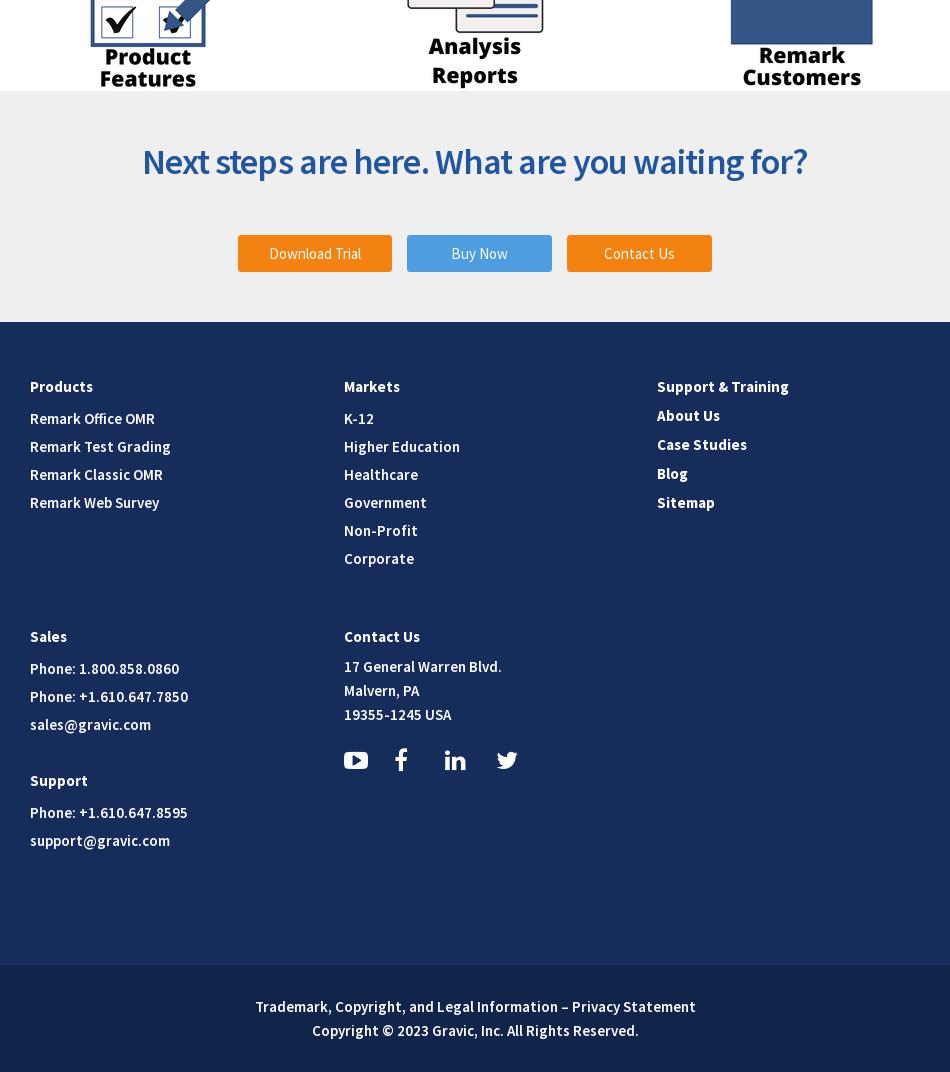 Image resolution: width=950 pixels, height=1072 pixels. Describe the element at coordinates (94, 501) in the screenshot. I see `'Remark Web Survey'` at that location.